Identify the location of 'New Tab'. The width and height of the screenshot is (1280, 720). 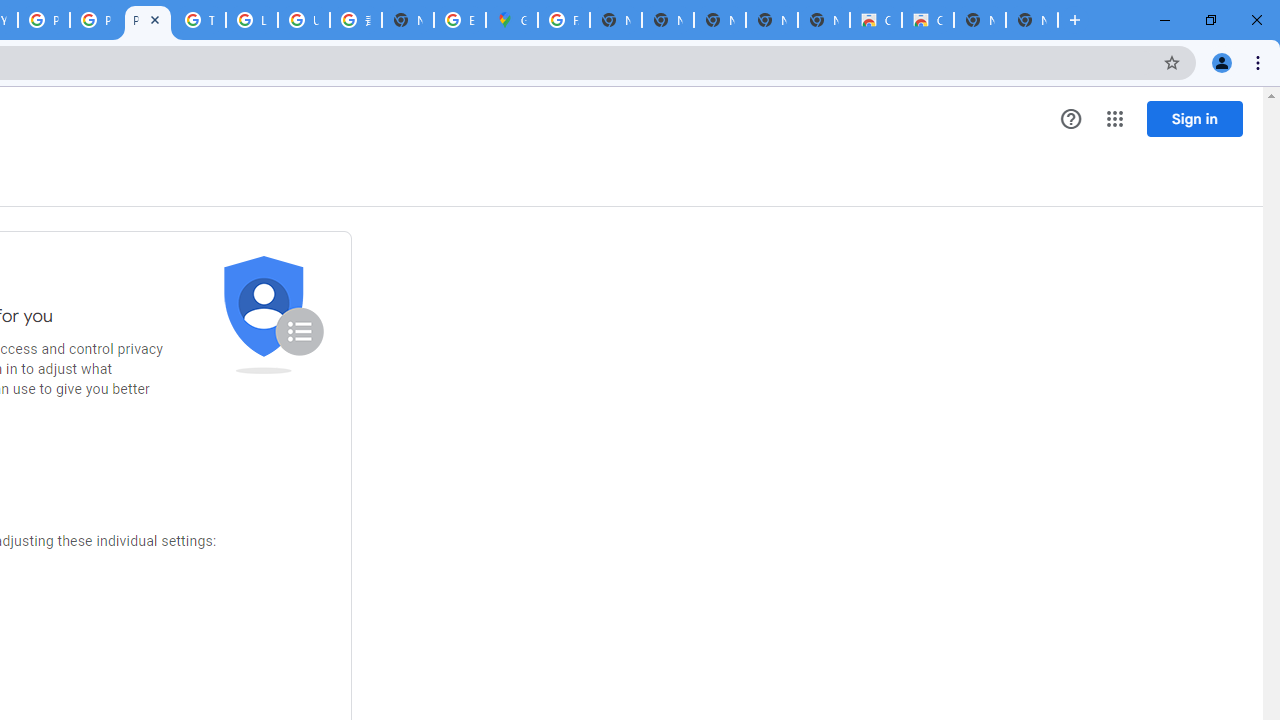
(1032, 20).